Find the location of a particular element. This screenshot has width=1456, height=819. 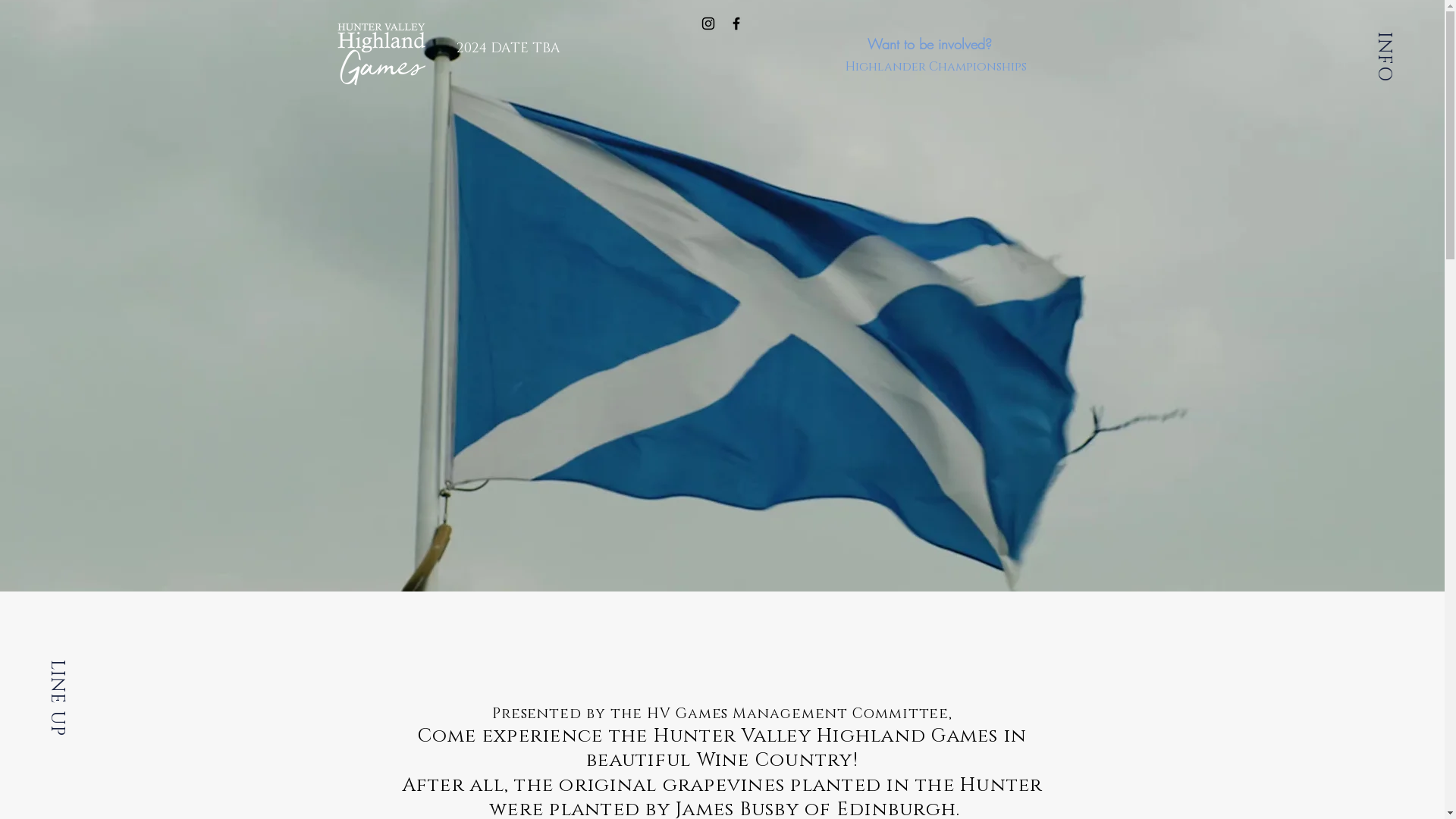

'LINE UP' is located at coordinates (81, 670).